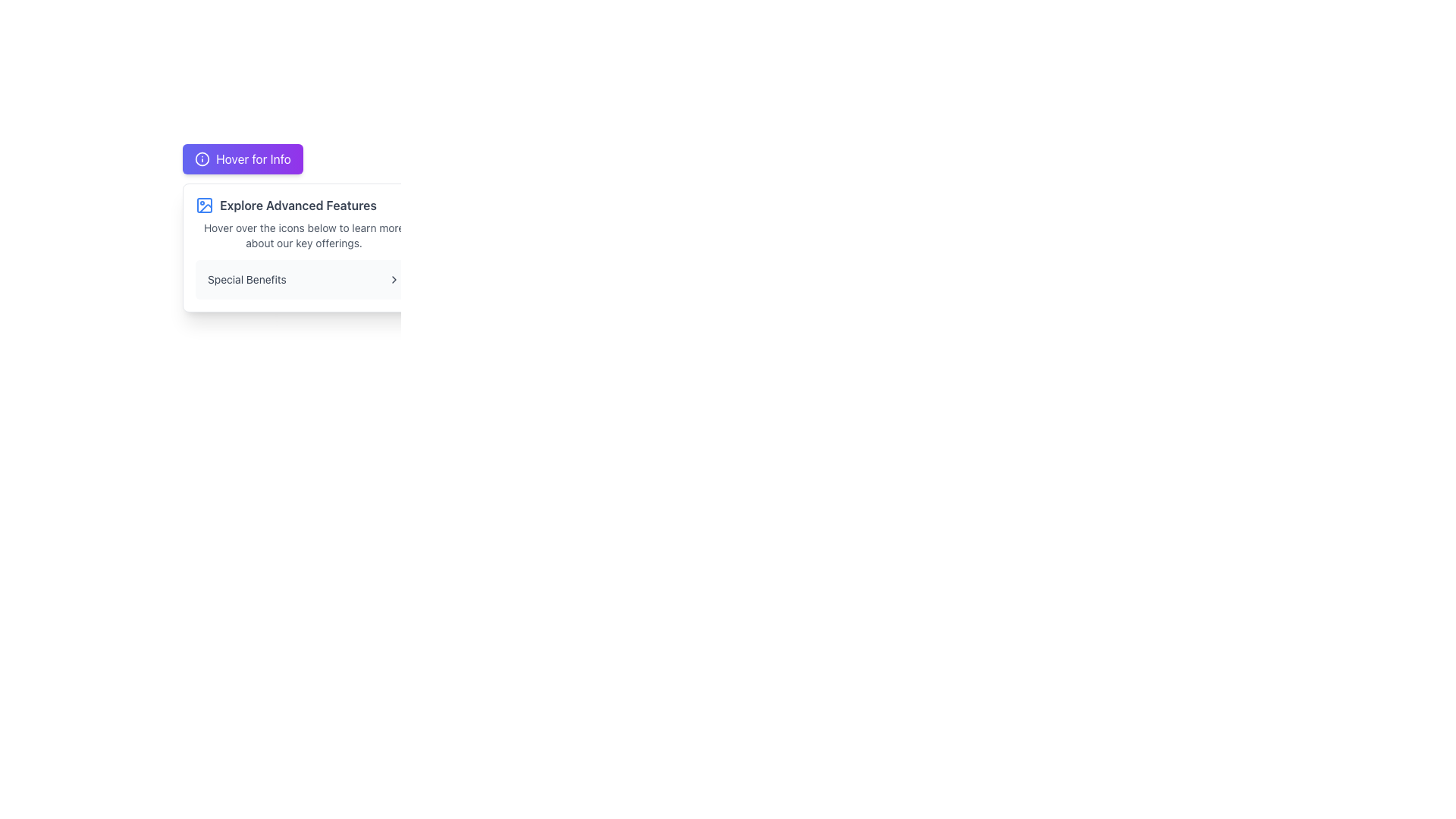 The width and height of the screenshot is (1456, 819). Describe the element at coordinates (243, 158) in the screenshot. I see `the button styled with a gradient background transitioning from indigo to purple, featuring white text 'Hover for Info' and an info icon on the left` at that location.